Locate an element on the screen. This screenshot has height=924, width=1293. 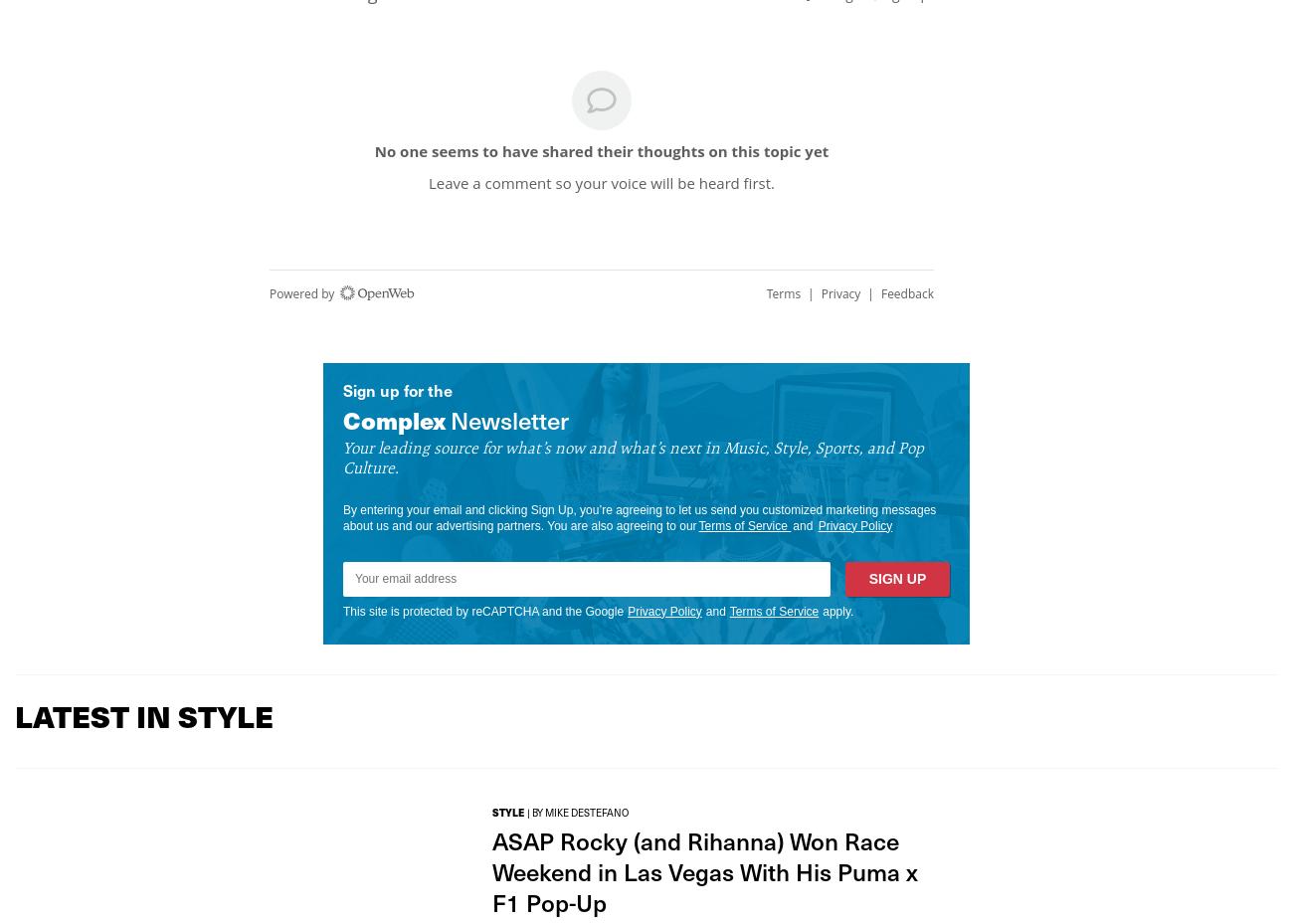
'By entering your email and clicking Sign Up, you’re agreeing to let us send you customized marketing messages about us and our advertising partners. You are also agreeing to our' is located at coordinates (639, 516).